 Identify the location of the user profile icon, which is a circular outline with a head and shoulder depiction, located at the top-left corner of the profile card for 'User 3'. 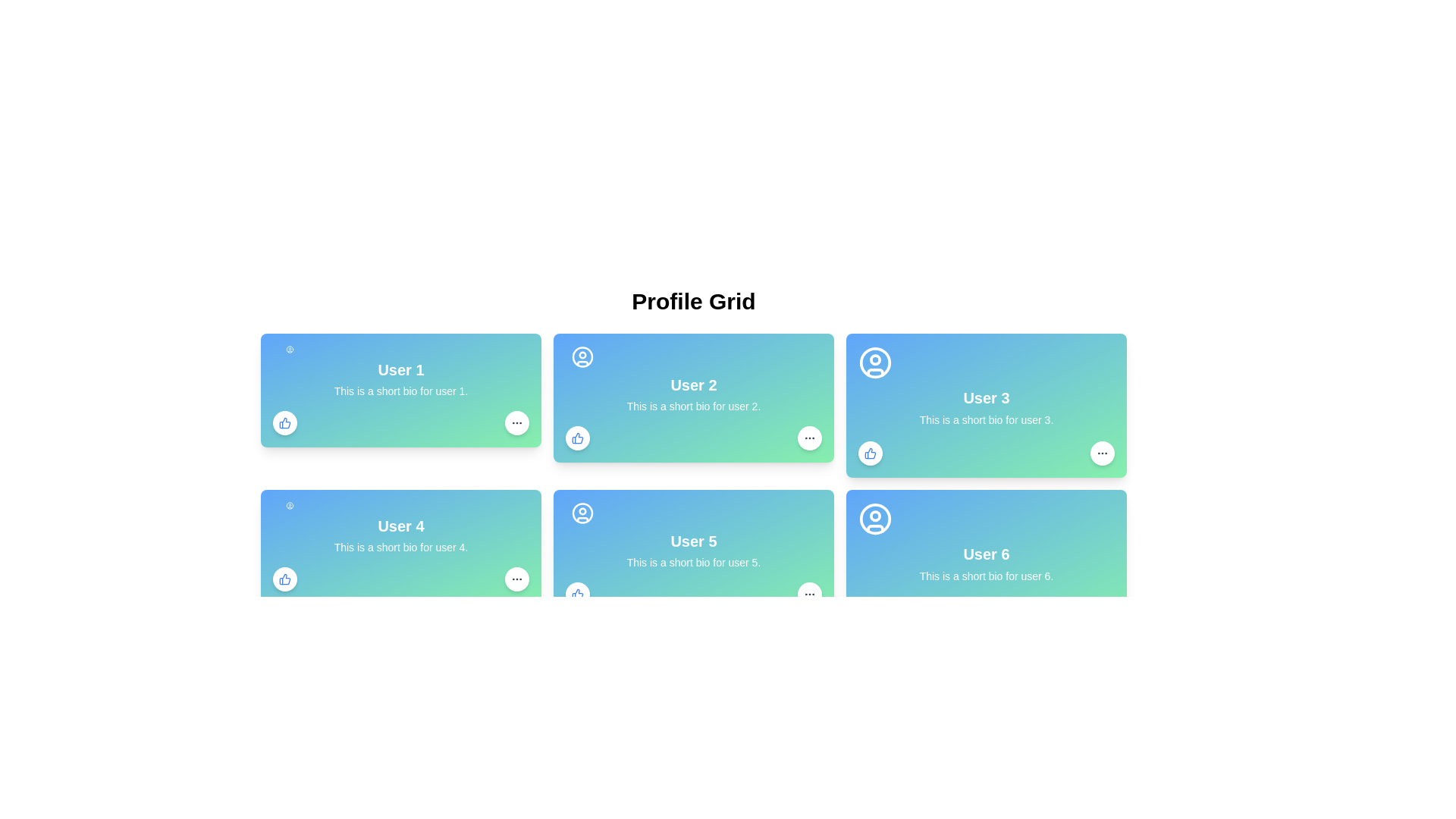
(875, 362).